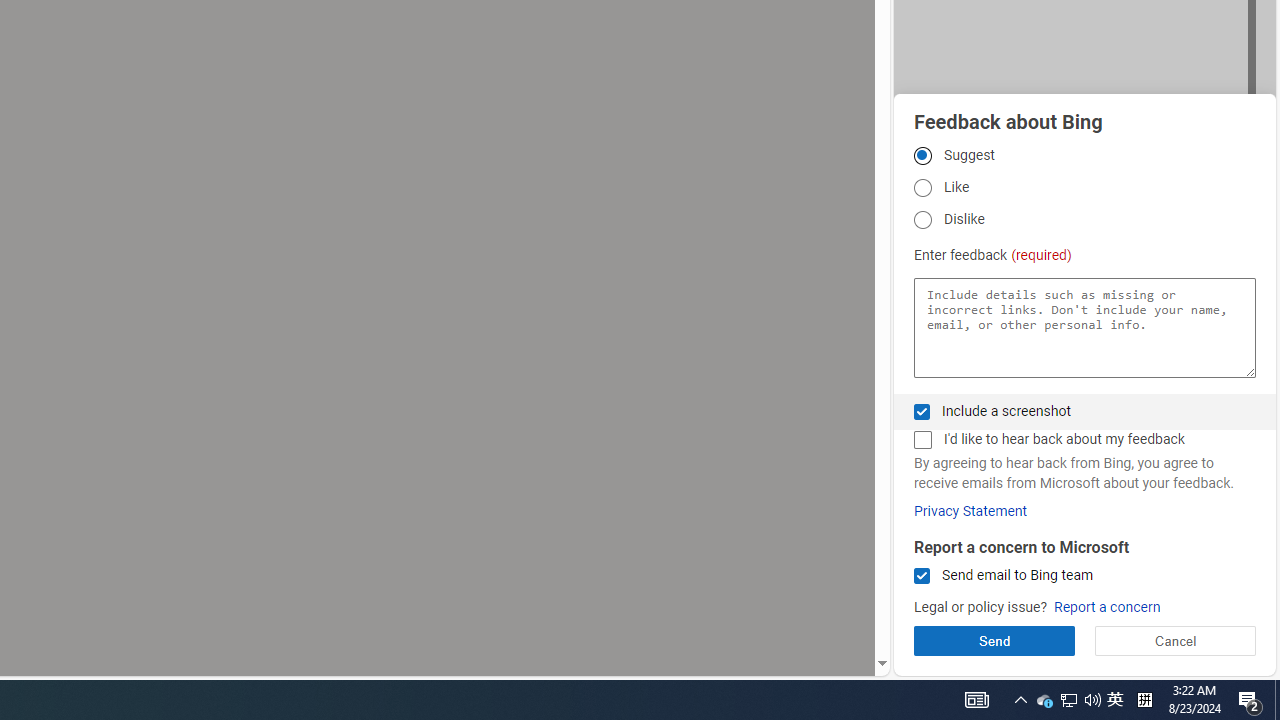 The height and width of the screenshot is (720, 1280). What do you see at coordinates (994, 640) in the screenshot?
I see `'Send'` at bounding box center [994, 640].